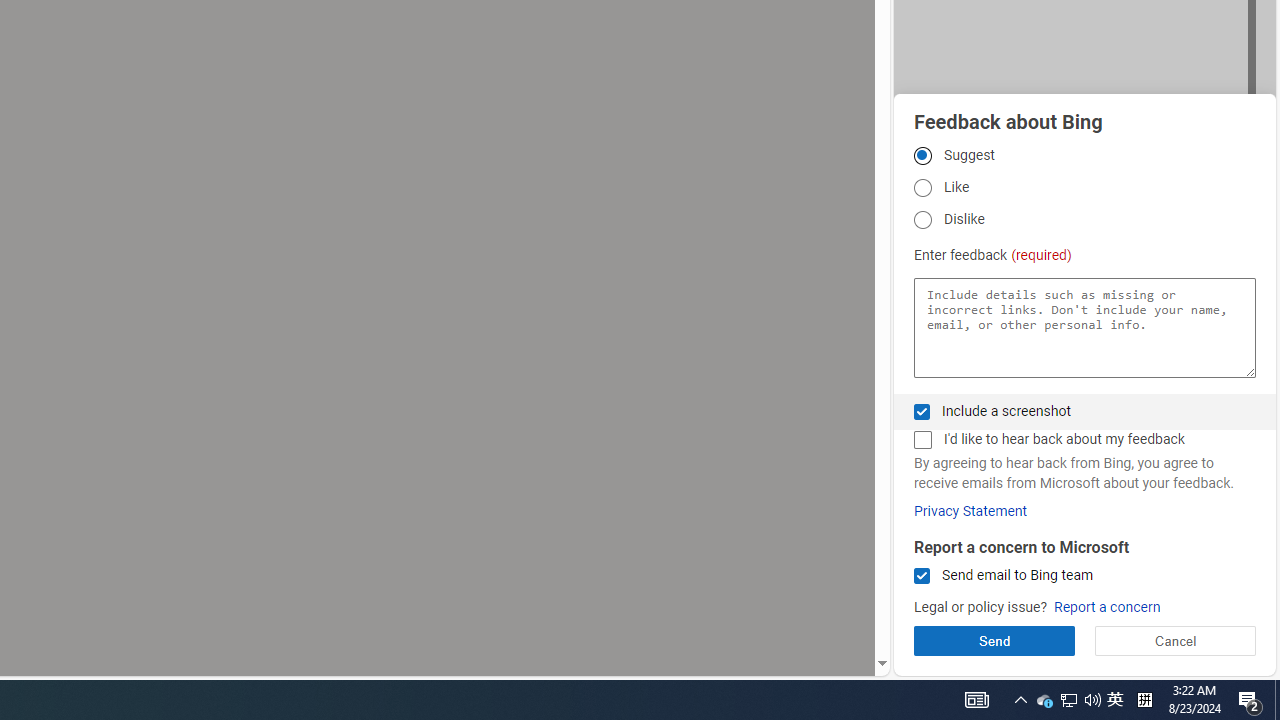 The height and width of the screenshot is (720, 1280). What do you see at coordinates (994, 640) in the screenshot?
I see `'Send'` at bounding box center [994, 640].